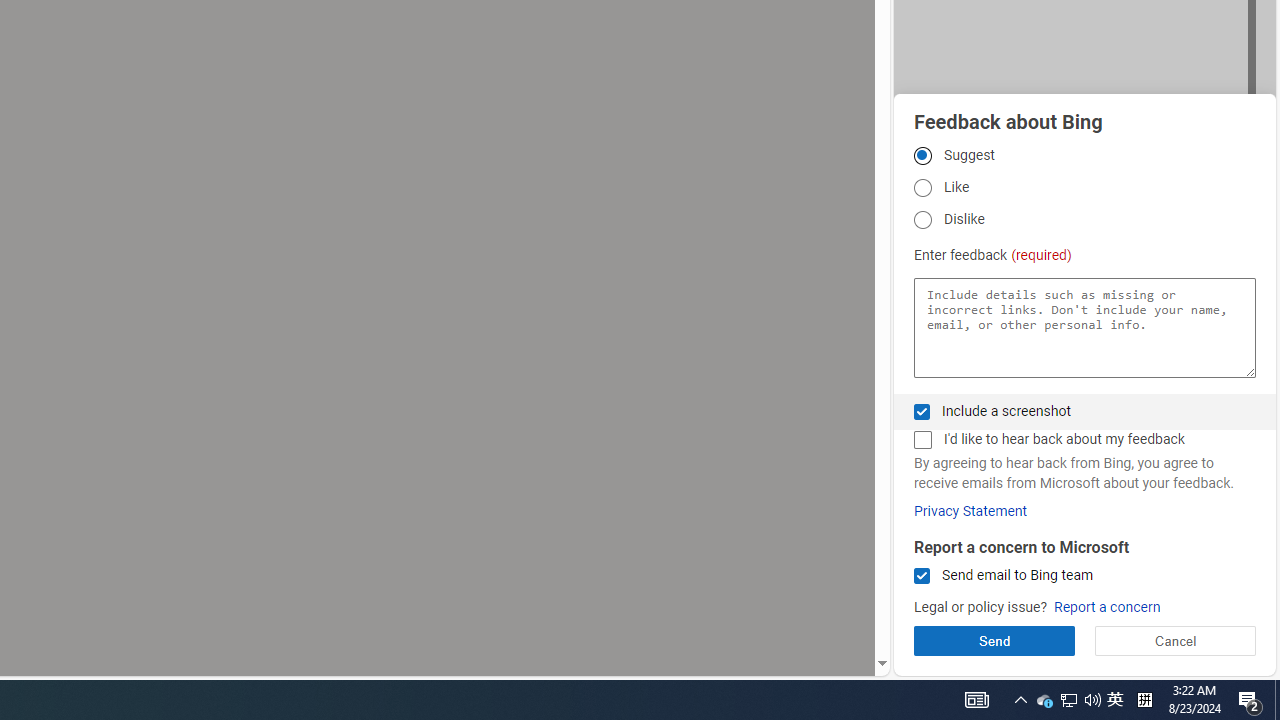 The height and width of the screenshot is (720, 1280). What do you see at coordinates (994, 640) in the screenshot?
I see `'Send'` at bounding box center [994, 640].